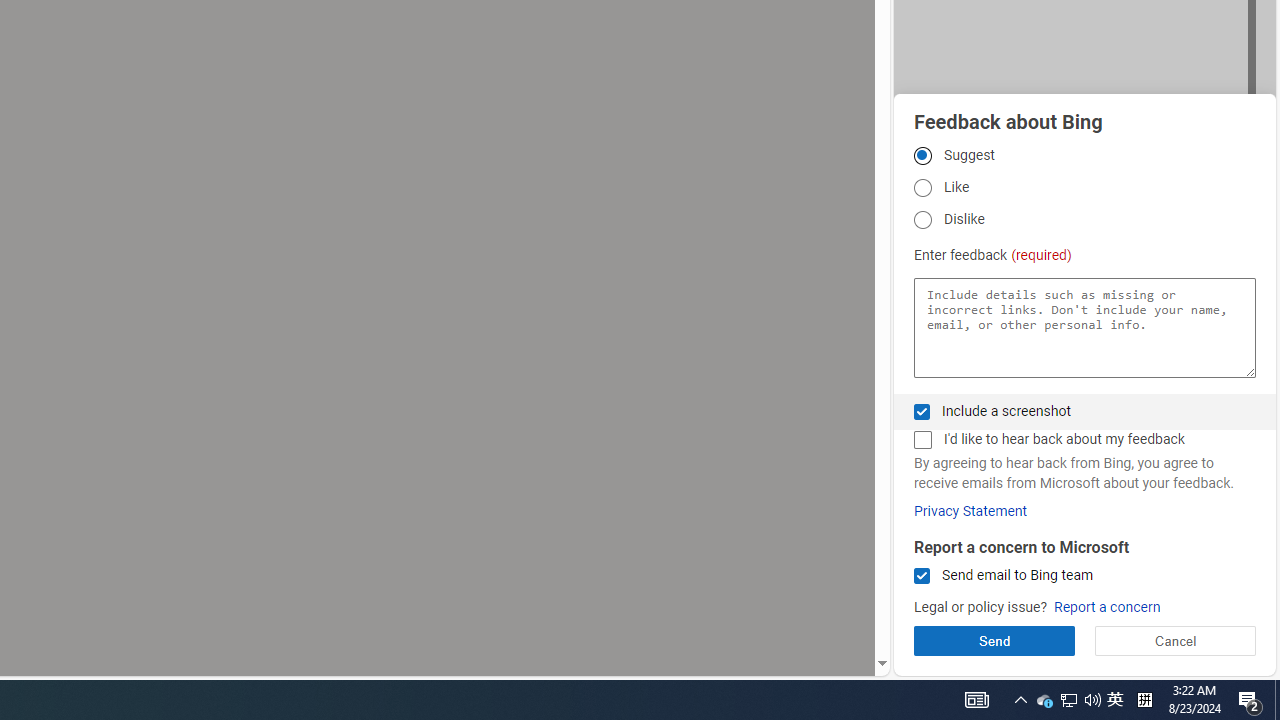 The height and width of the screenshot is (720, 1280). What do you see at coordinates (994, 640) in the screenshot?
I see `'Send'` at bounding box center [994, 640].